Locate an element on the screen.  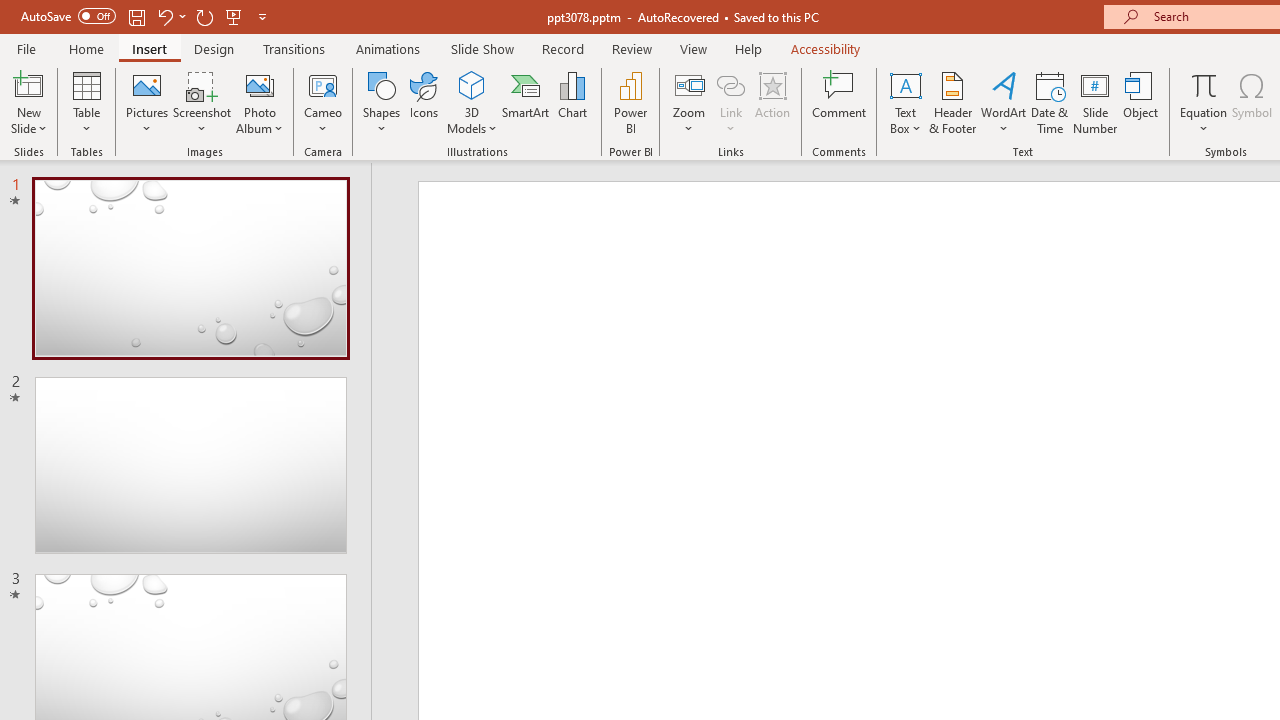
'SmartArt...' is located at coordinates (526, 103).